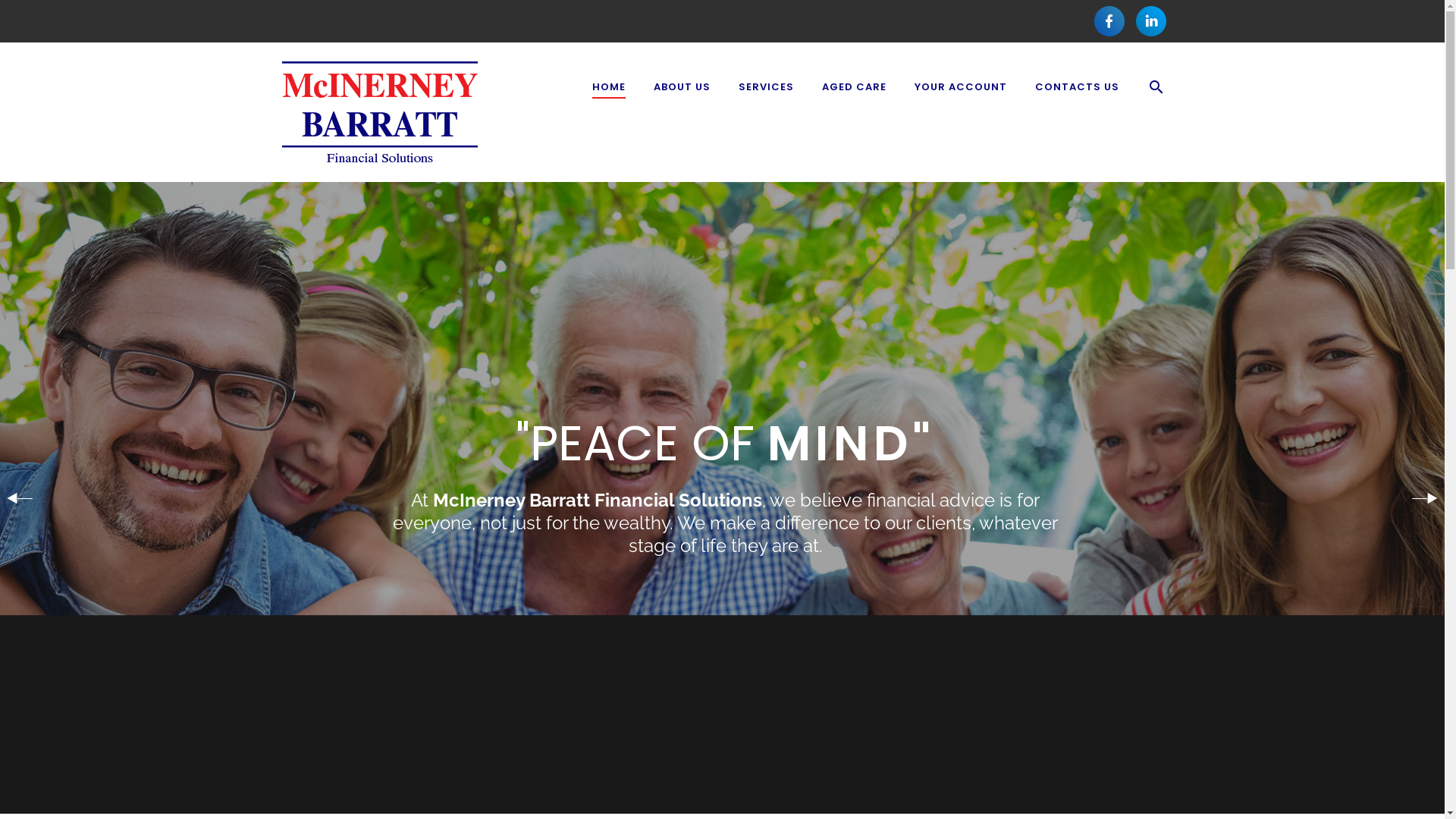 Image resolution: width=1456 pixels, height=819 pixels. I want to click on 'AGED CARE', so click(854, 87).